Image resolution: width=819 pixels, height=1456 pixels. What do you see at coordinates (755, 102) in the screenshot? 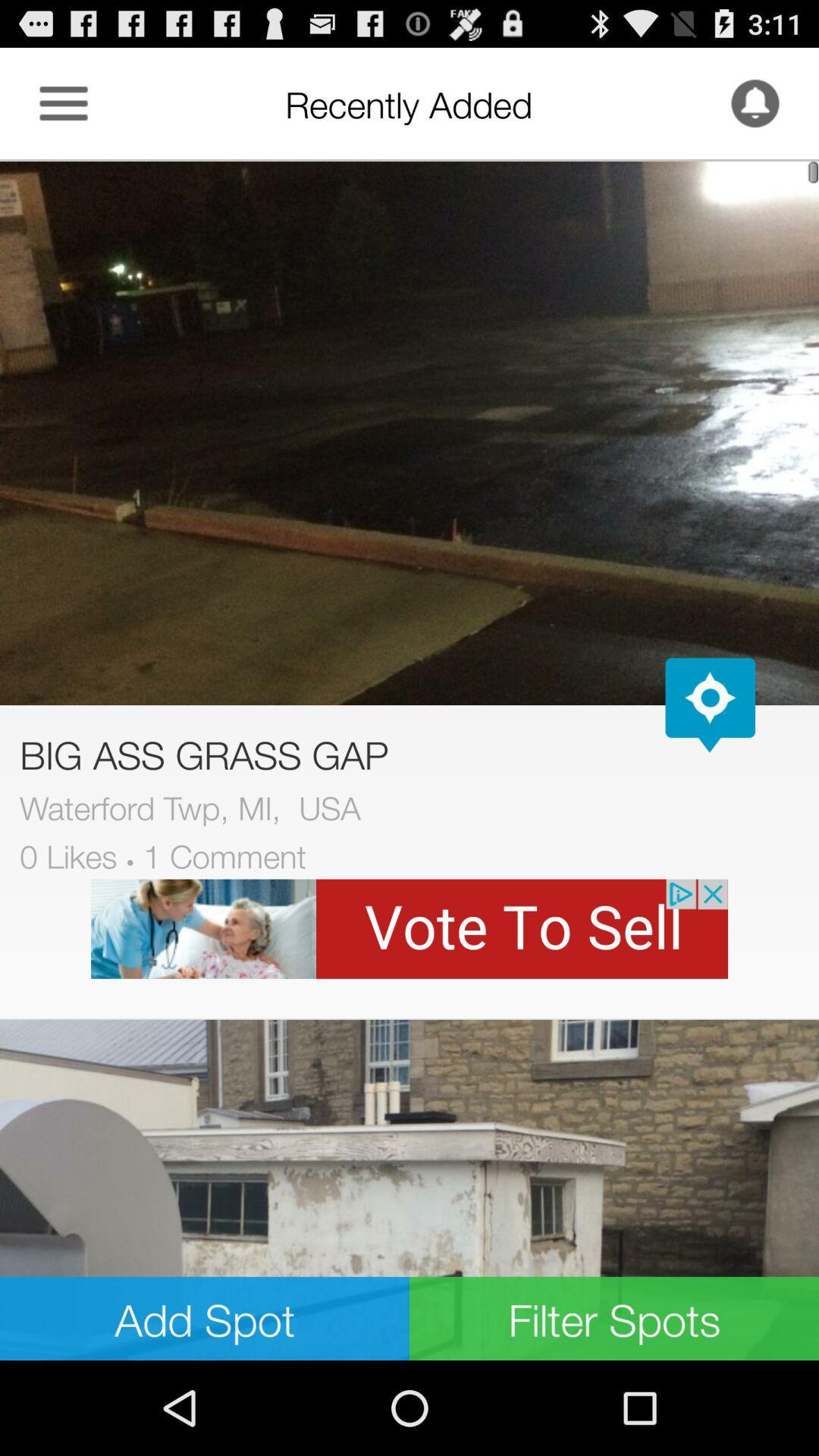
I see `bell button or notification button` at bounding box center [755, 102].